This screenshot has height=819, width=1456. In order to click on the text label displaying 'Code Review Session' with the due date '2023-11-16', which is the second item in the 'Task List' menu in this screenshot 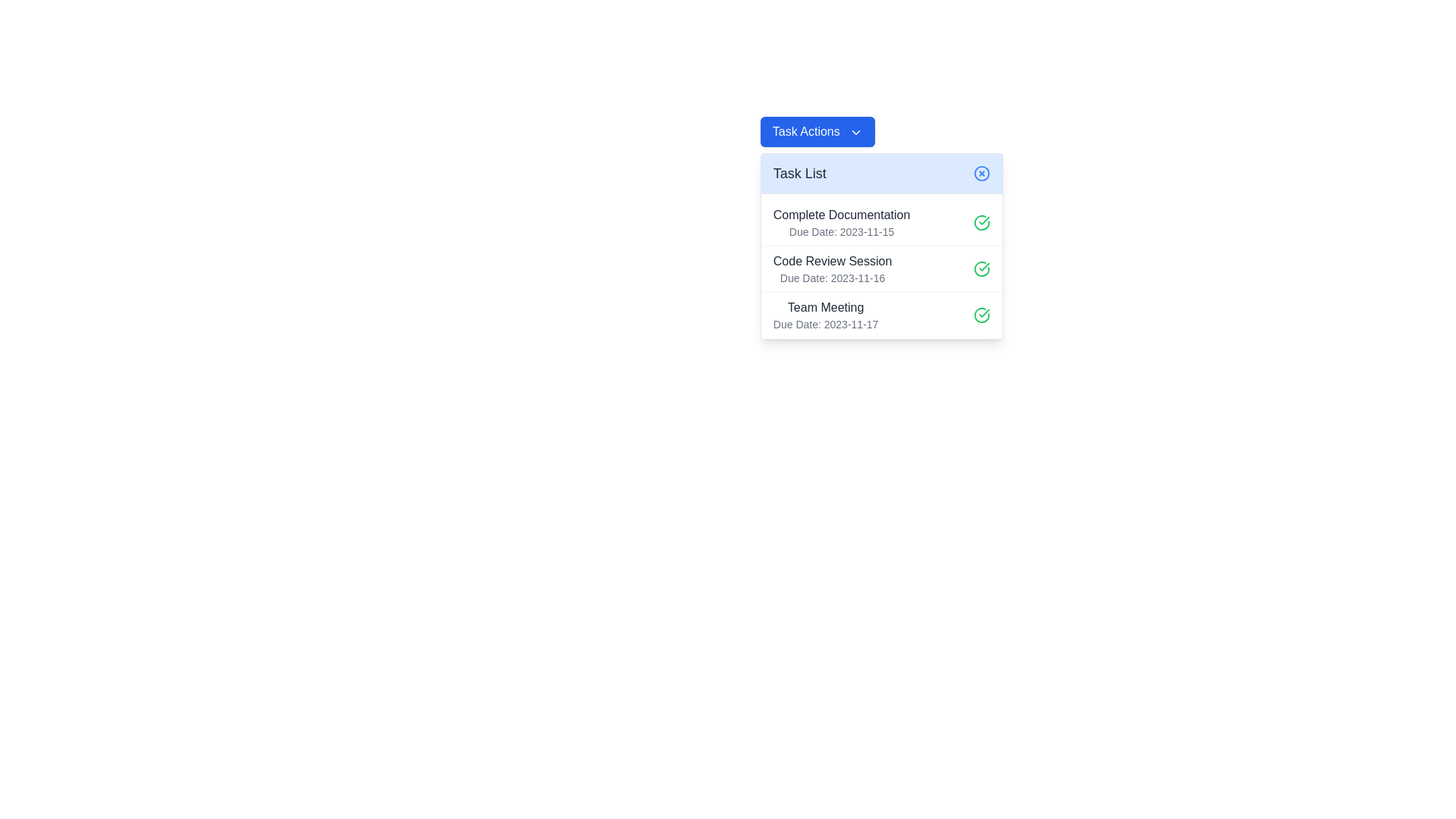, I will do `click(832, 268)`.